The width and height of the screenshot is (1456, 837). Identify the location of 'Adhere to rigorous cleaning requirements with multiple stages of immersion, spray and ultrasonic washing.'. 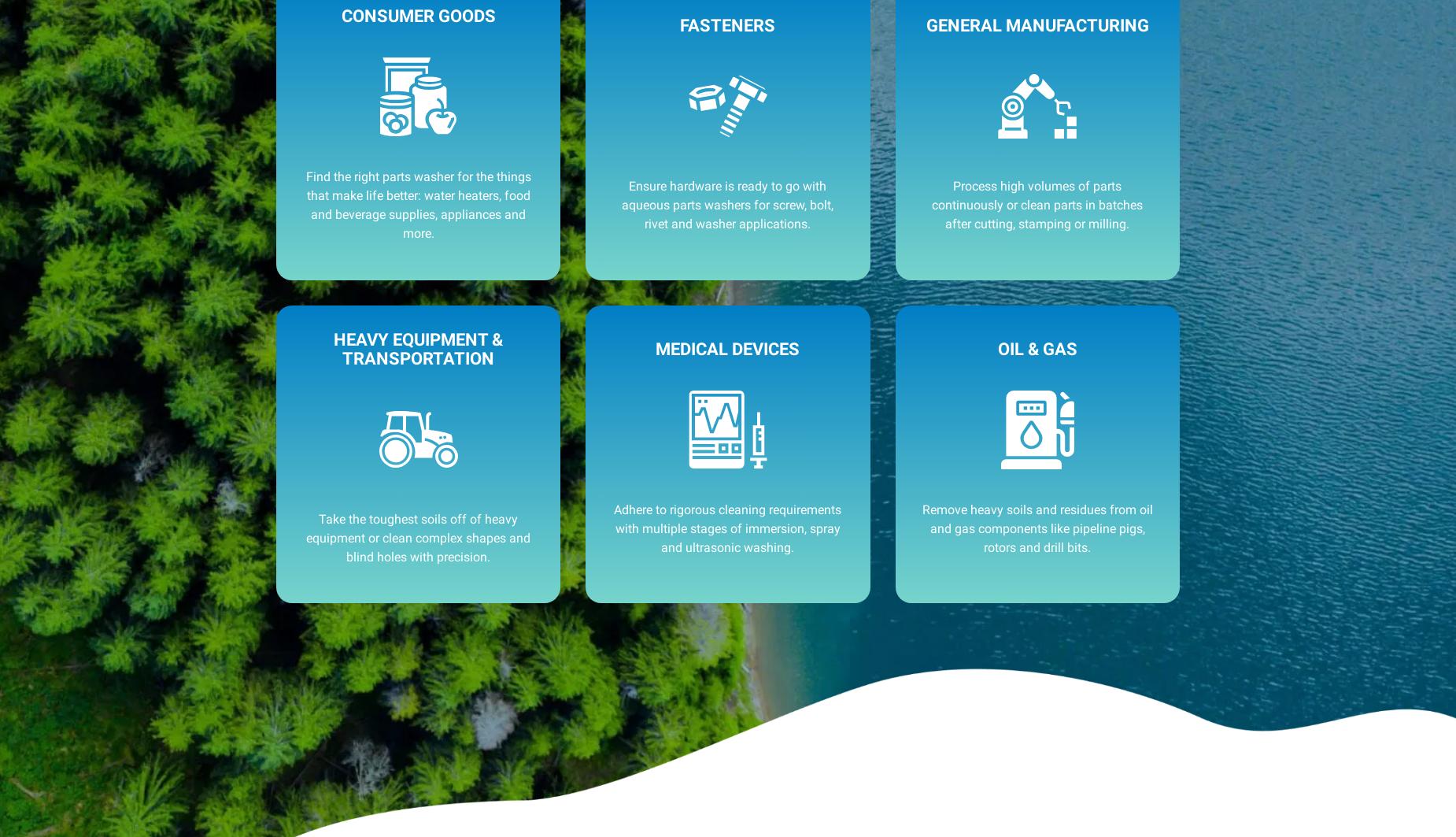
(727, 527).